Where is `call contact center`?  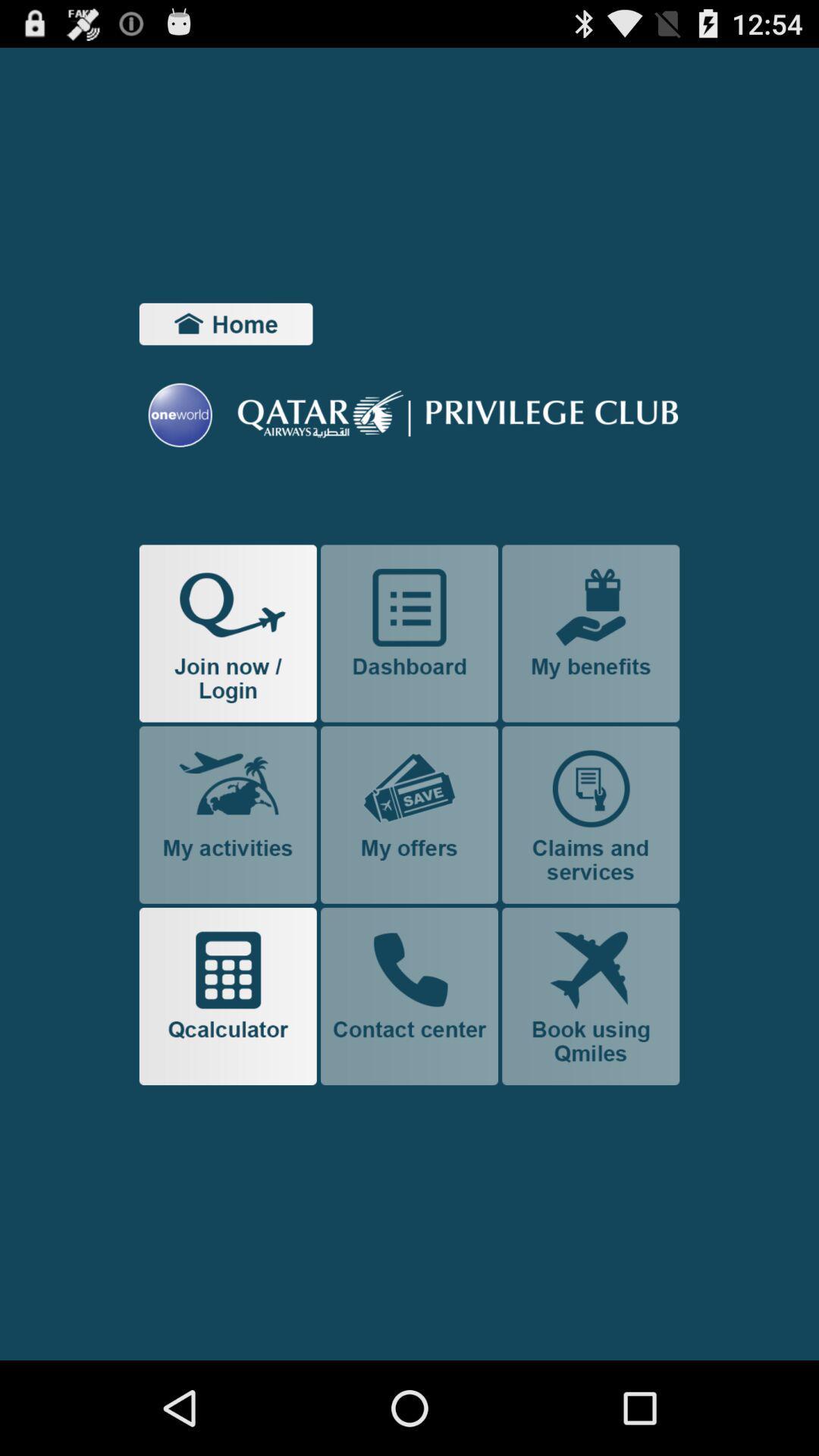 call contact center is located at coordinates (409, 996).